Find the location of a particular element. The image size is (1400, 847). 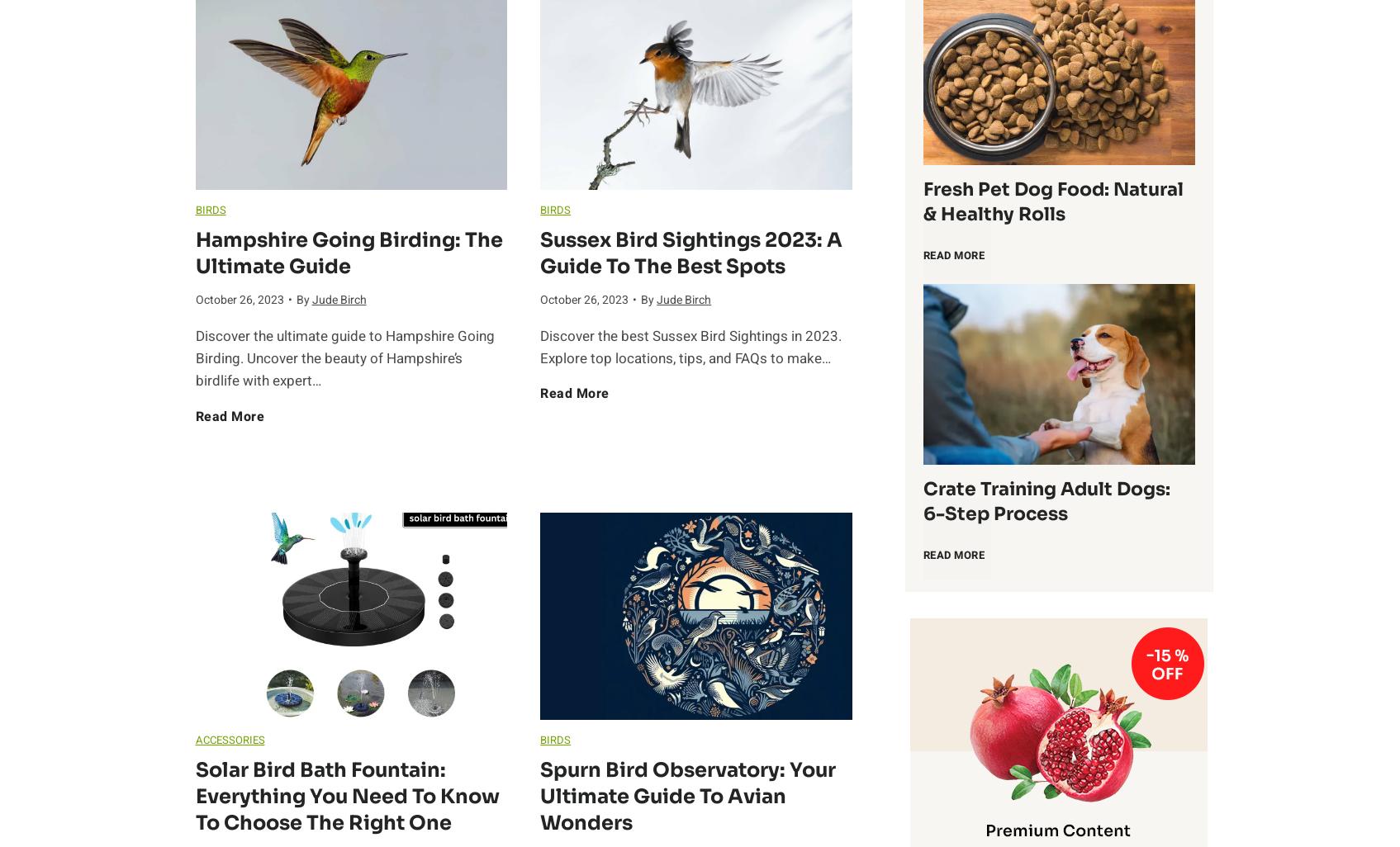

'Spurn Bird Observatory: Your Ultimate Guide to Avian Wonders' is located at coordinates (687, 796).